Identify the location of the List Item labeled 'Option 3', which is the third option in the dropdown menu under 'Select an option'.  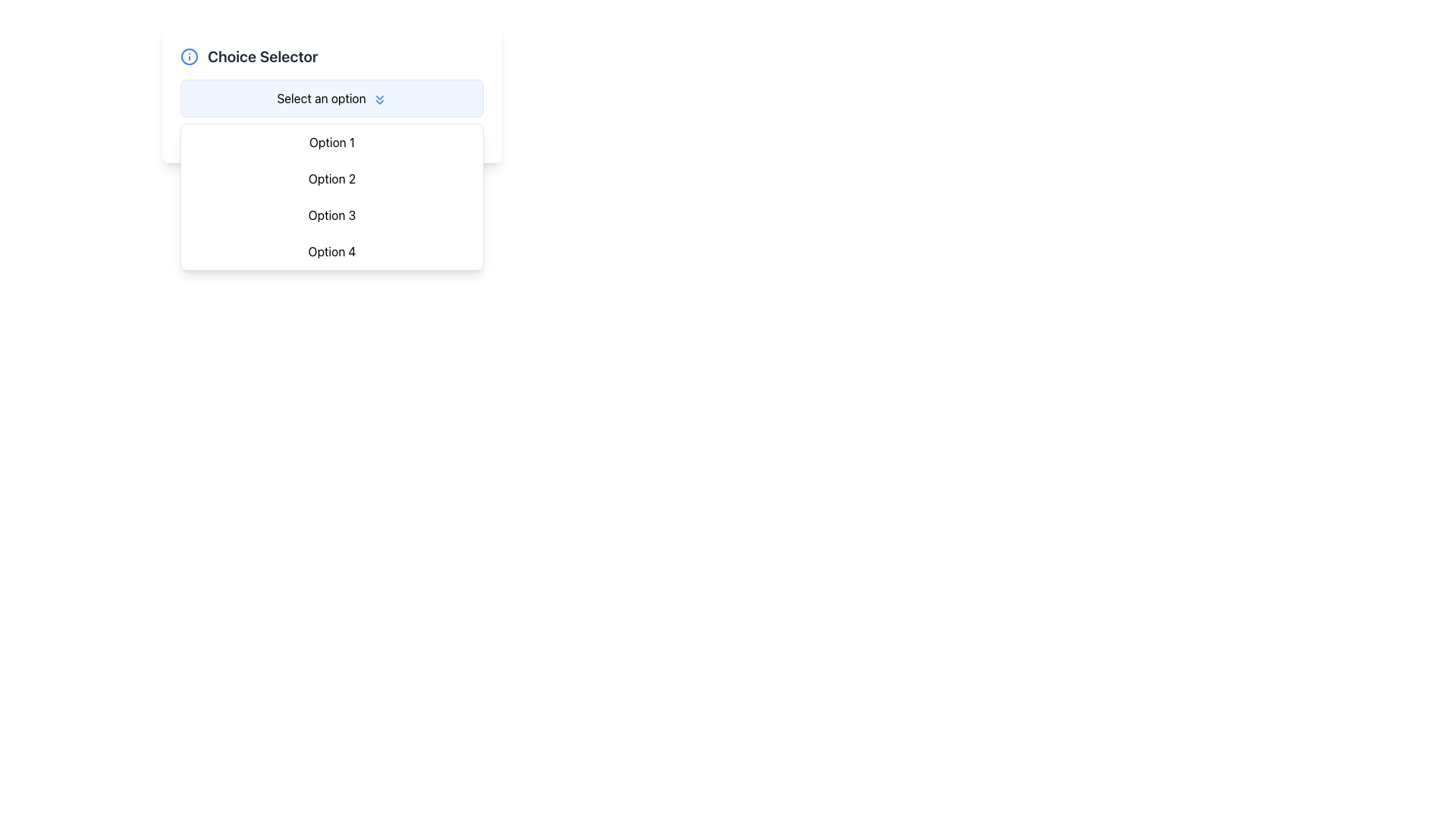
(331, 215).